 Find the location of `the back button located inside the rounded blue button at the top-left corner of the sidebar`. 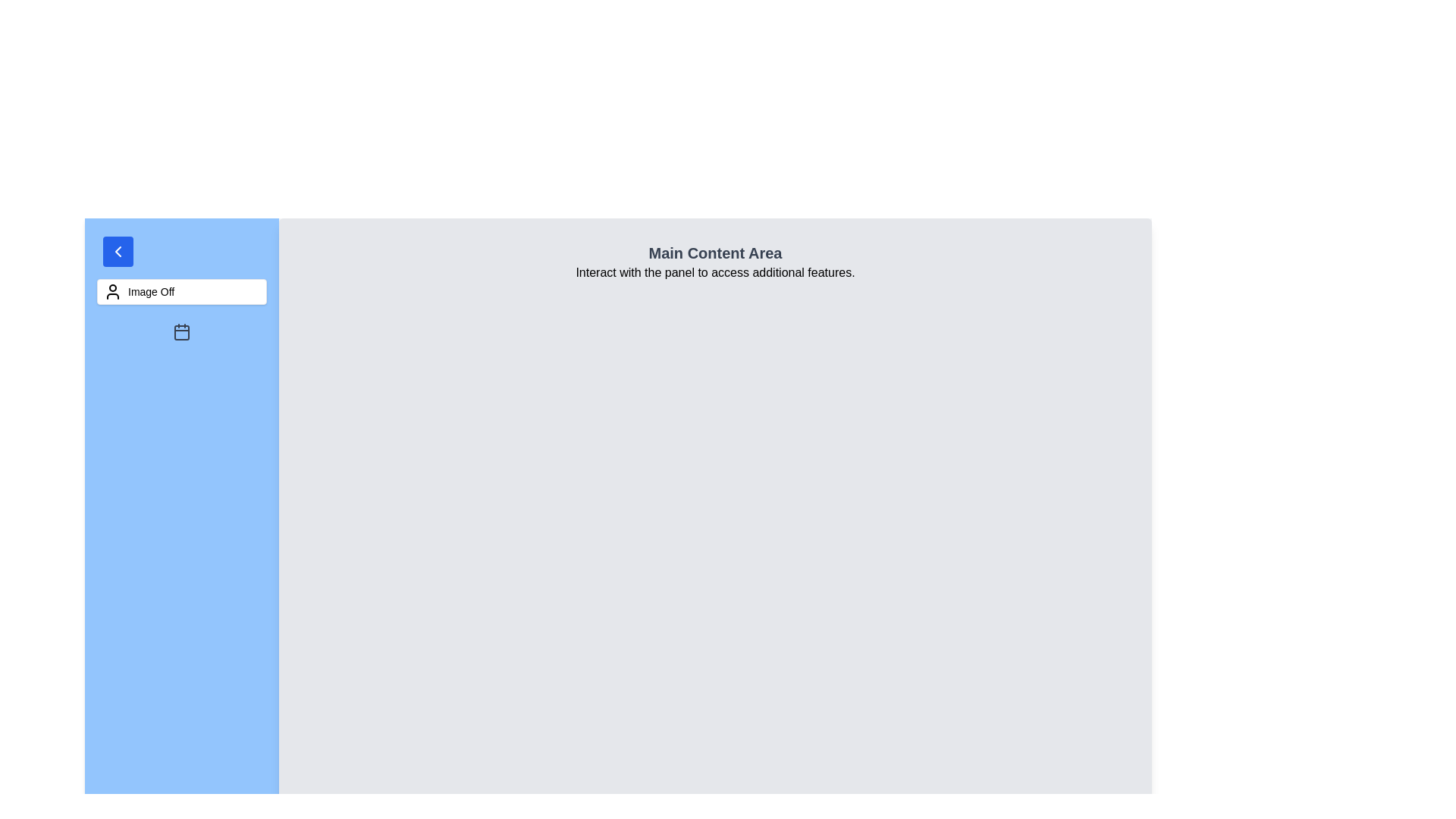

the back button located inside the rounded blue button at the top-left corner of the sidebar is located at coordinates (118, 250).